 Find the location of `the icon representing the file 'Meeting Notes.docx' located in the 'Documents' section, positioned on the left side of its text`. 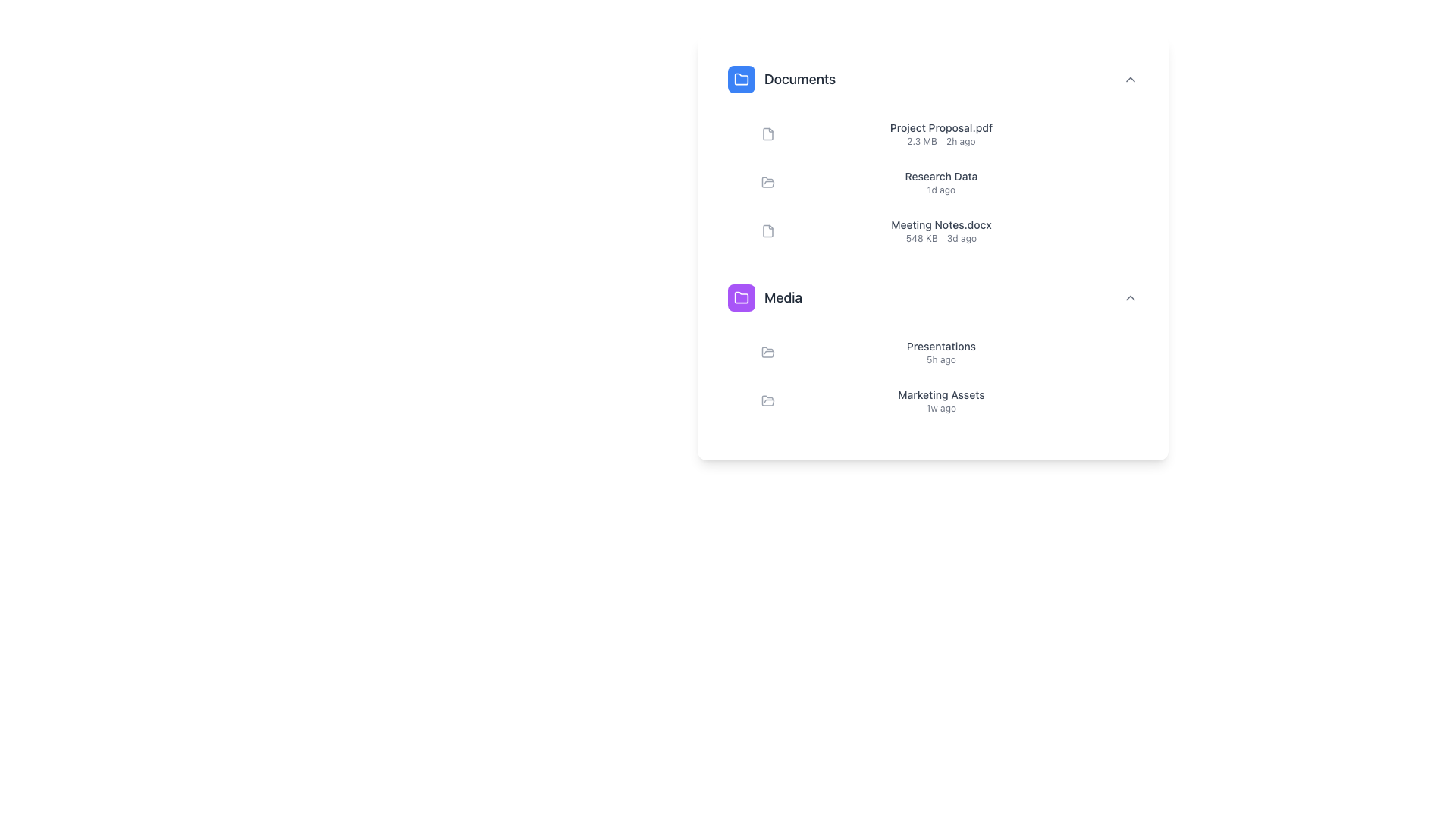

the icon representing the file 'Meeting Notes.docx' located in the 'Documents' section, positioned on the left side of its text is located at coordinates (767, 231).